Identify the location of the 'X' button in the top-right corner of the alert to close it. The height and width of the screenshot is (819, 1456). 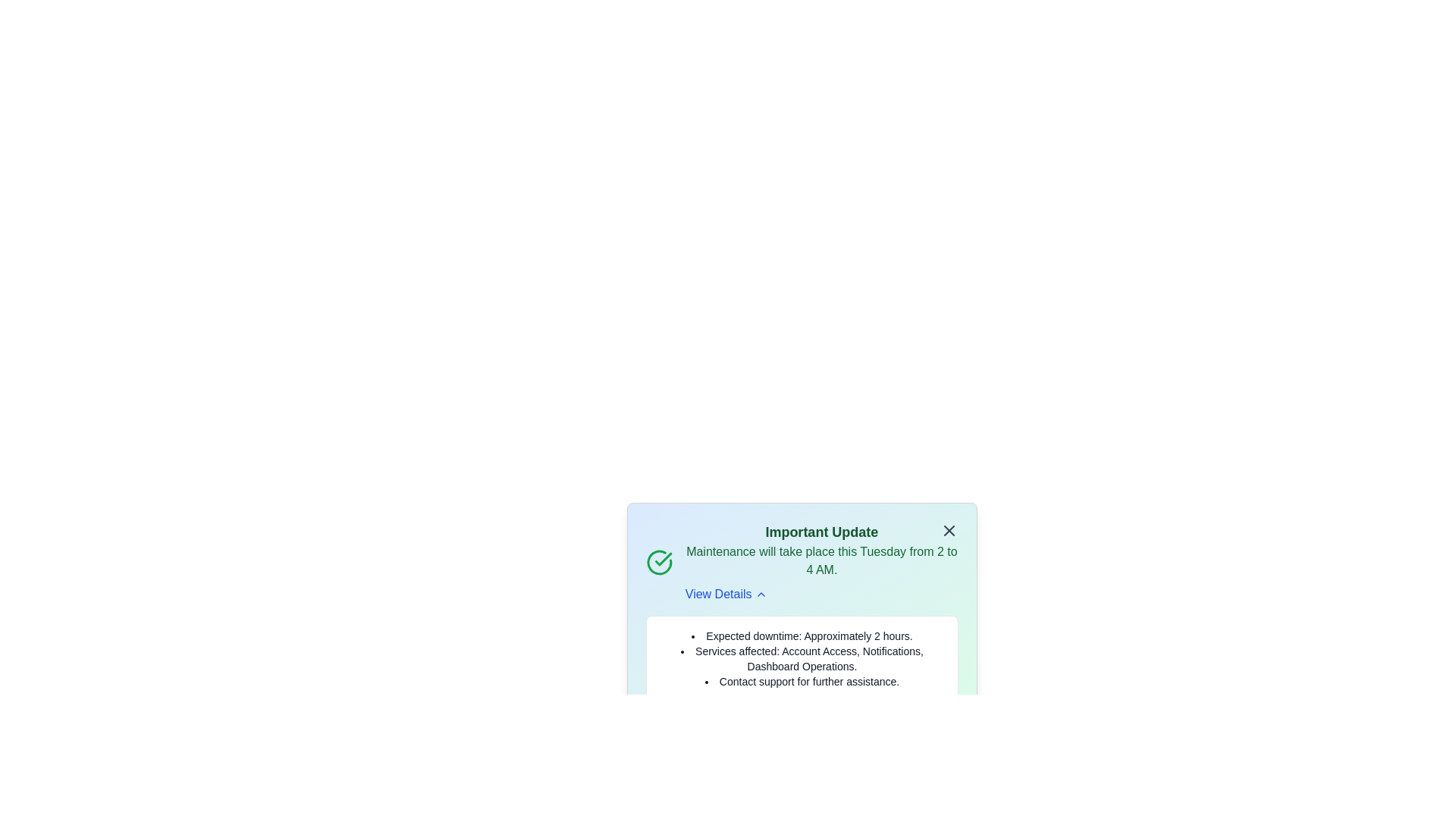
(949, 529).